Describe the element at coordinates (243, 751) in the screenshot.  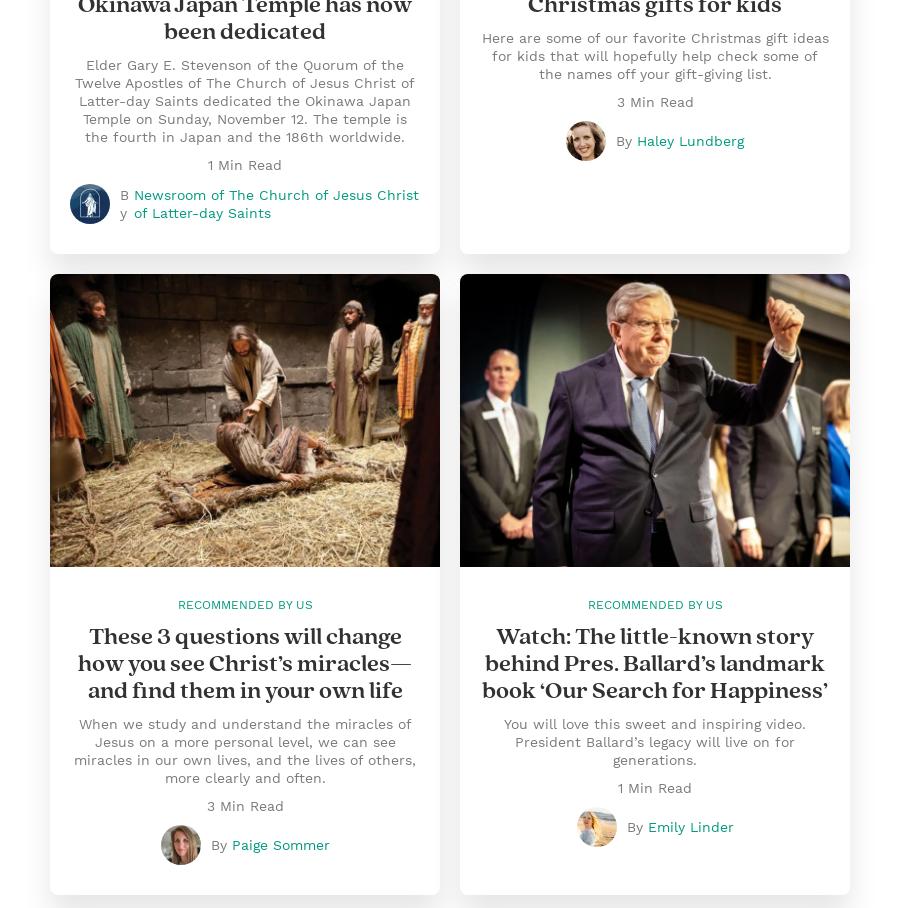
I see `'When we study and understand the miracles of Jesus on a more personal level, we can see miracles in our own lives, and the lives of others, more clearly and often.'` at that location.